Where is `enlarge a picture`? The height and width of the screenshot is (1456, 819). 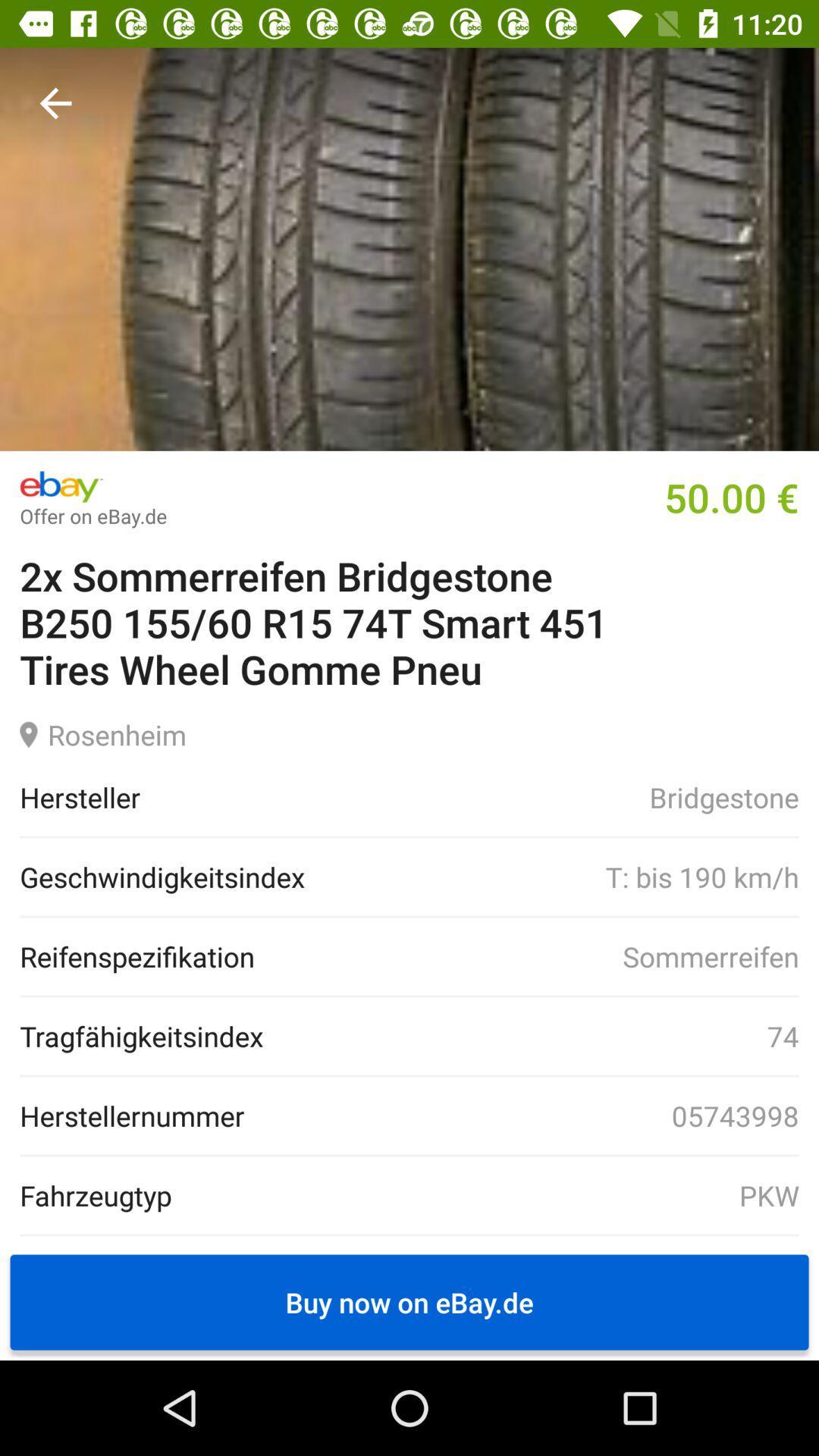
enlarge a picture is located at coordinates (409, 249).